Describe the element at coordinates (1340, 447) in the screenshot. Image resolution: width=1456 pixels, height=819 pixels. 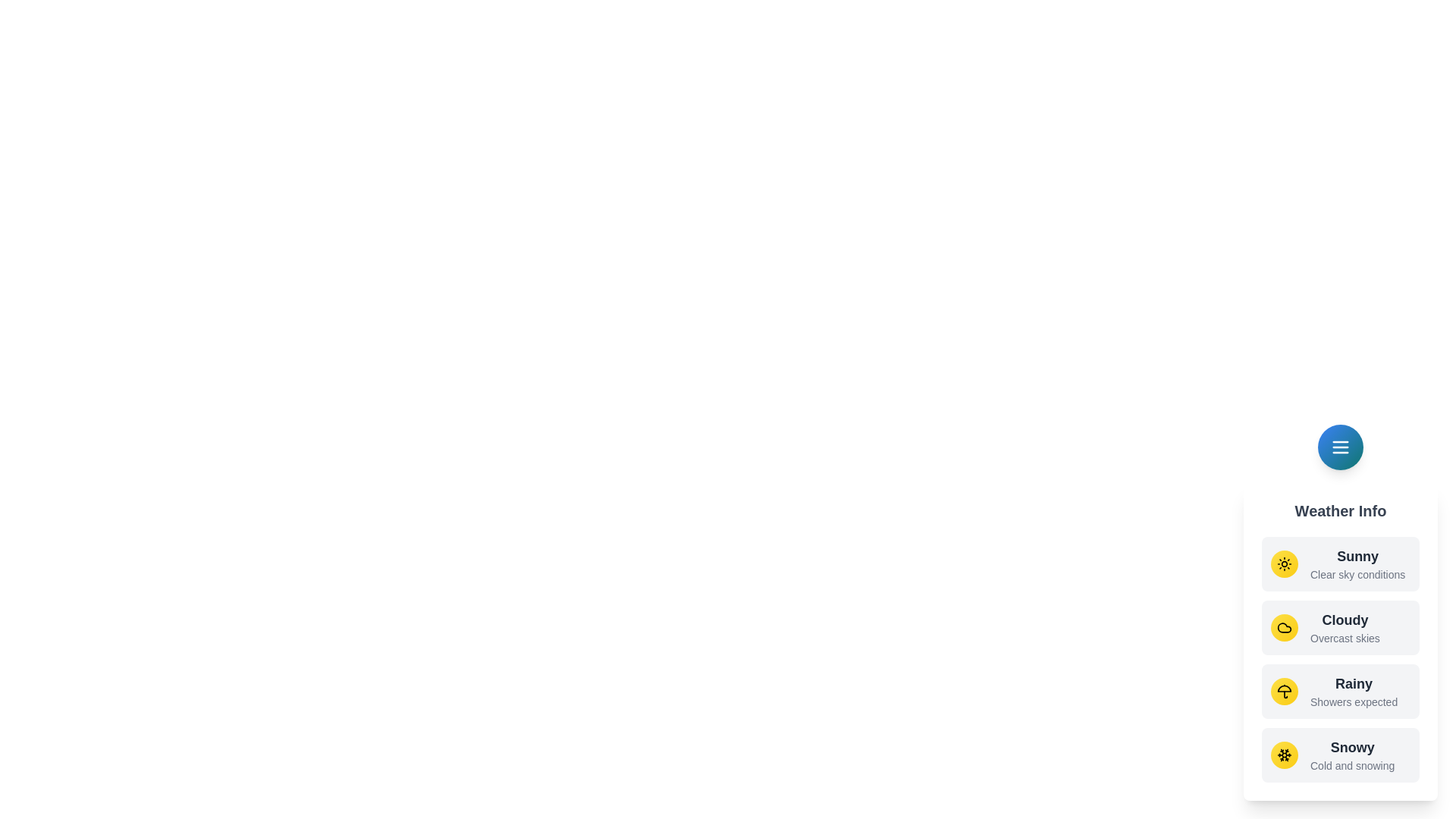
I see `menu button to toggle the menu open or closed` at that location.